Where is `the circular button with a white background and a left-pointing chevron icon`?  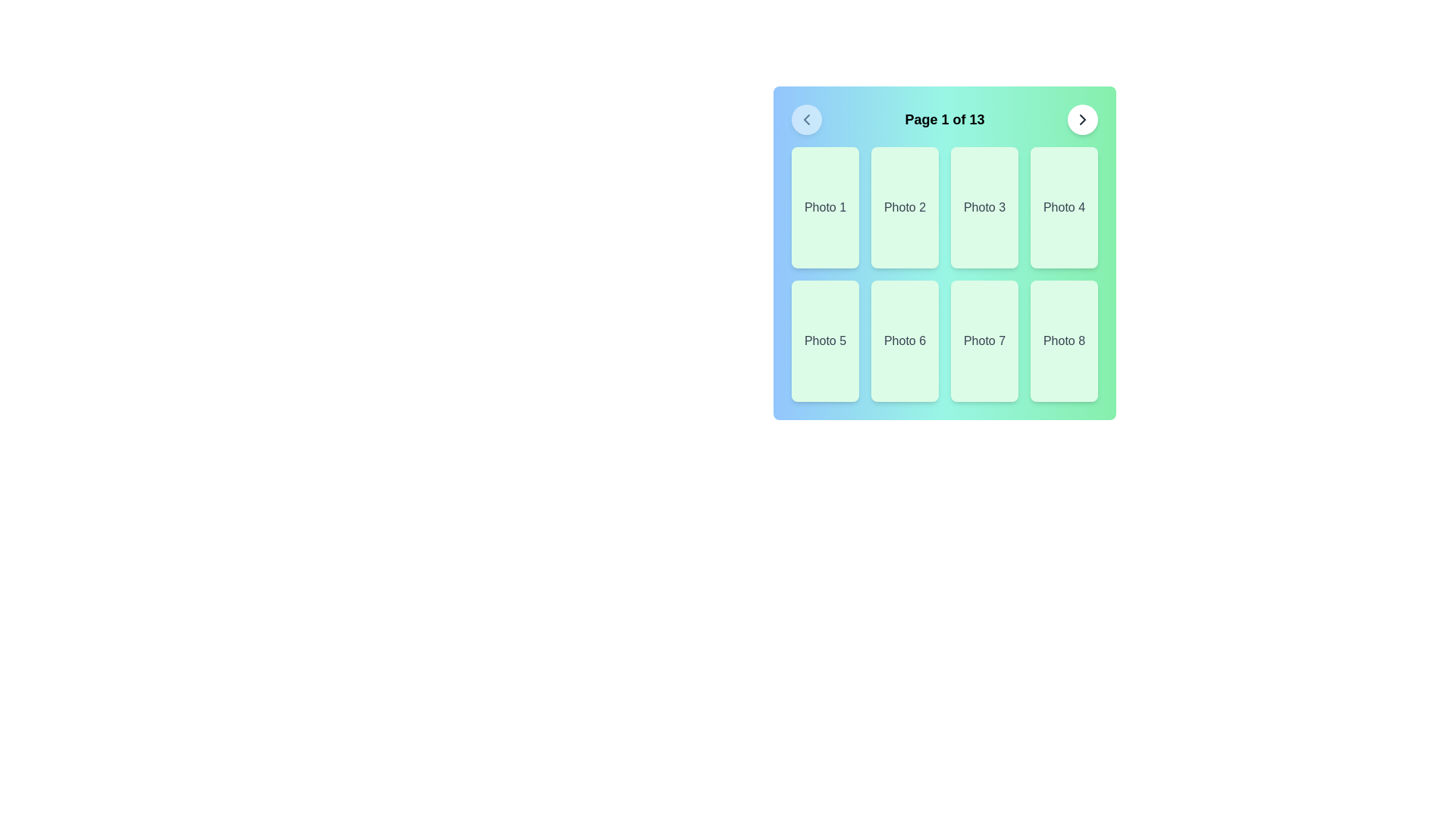 the circular button with a white background and a left-pointing chevron icon is located at coordinates (806, 119).